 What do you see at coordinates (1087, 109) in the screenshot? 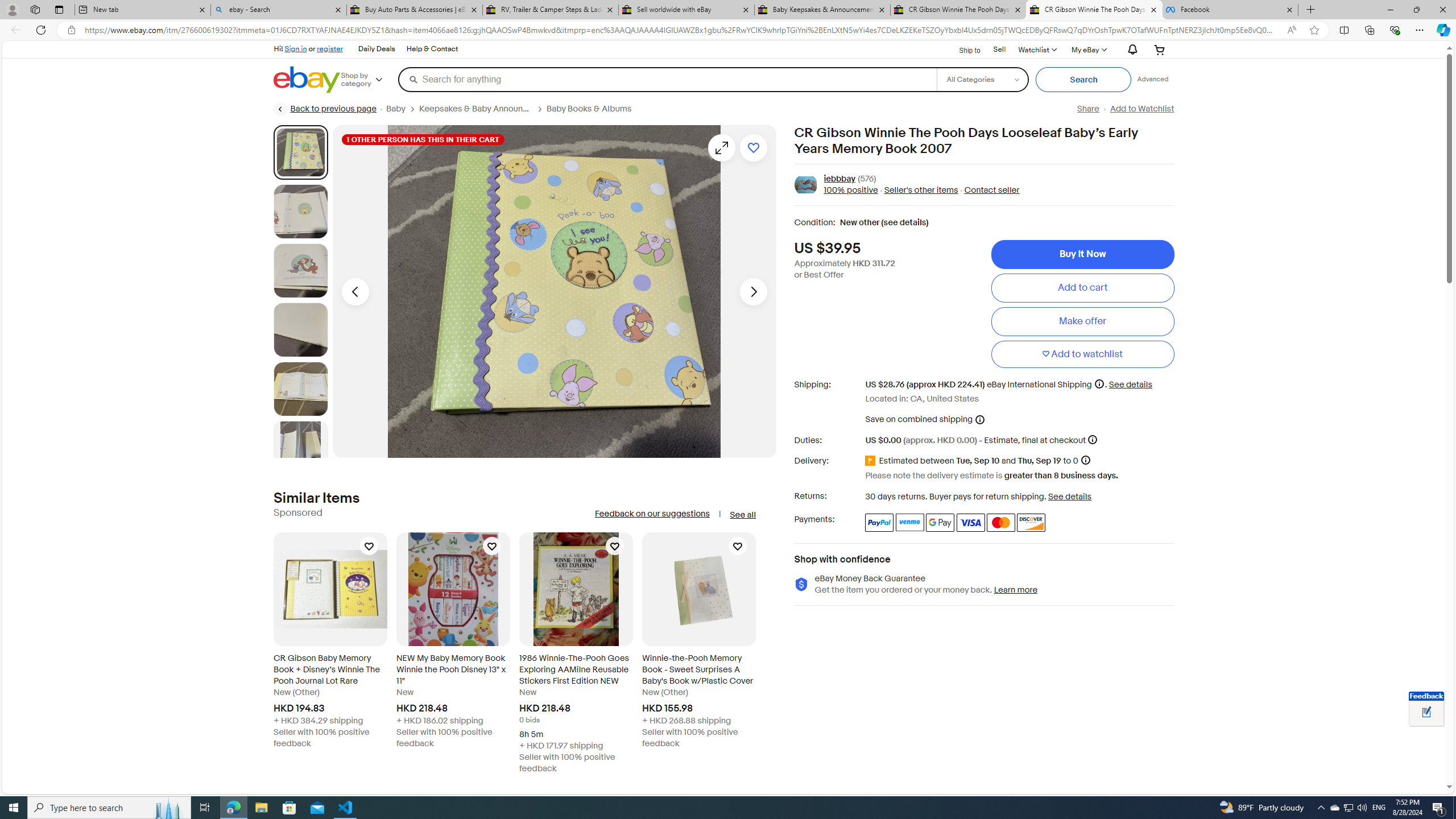
I see `'Share'` at bounding box center [1087, 109].